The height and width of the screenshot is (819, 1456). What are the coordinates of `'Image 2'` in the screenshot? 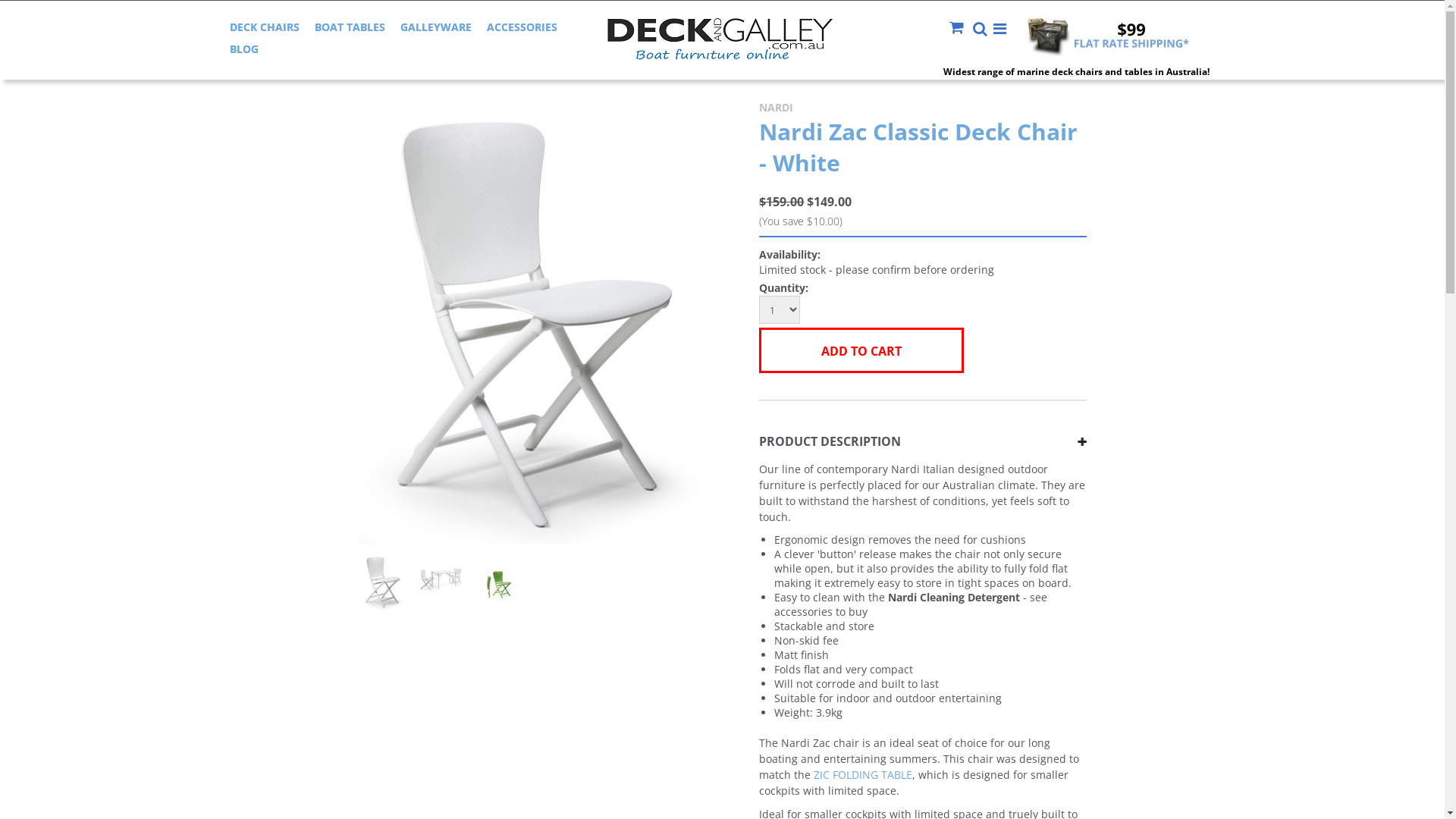 It's located at (440, 573).